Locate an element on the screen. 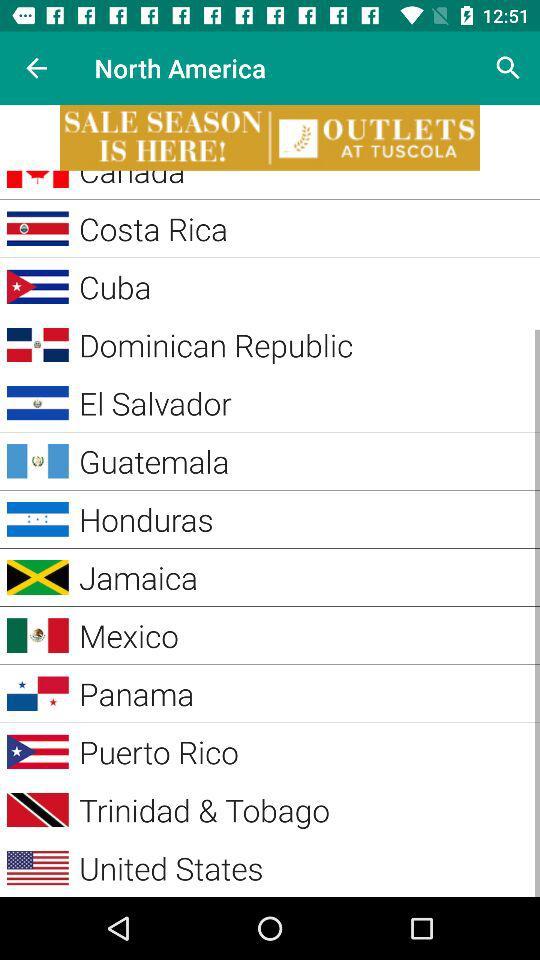 This screenshot has width=540, height=960. title image page is located at coordinates (270, 136).